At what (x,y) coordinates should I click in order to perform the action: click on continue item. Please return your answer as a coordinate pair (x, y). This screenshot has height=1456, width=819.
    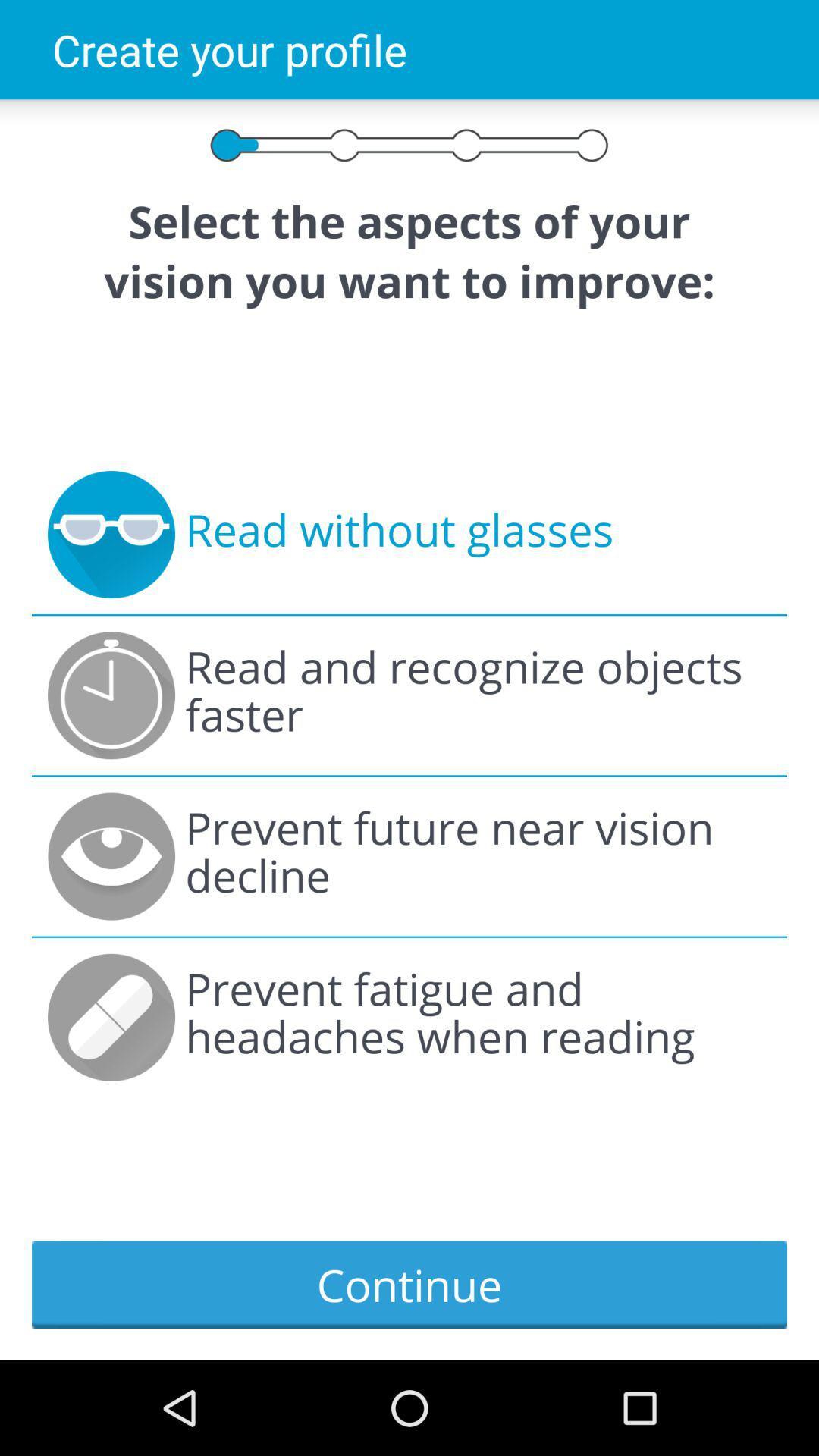
    Looking at the image, I should click on (409, 1284).